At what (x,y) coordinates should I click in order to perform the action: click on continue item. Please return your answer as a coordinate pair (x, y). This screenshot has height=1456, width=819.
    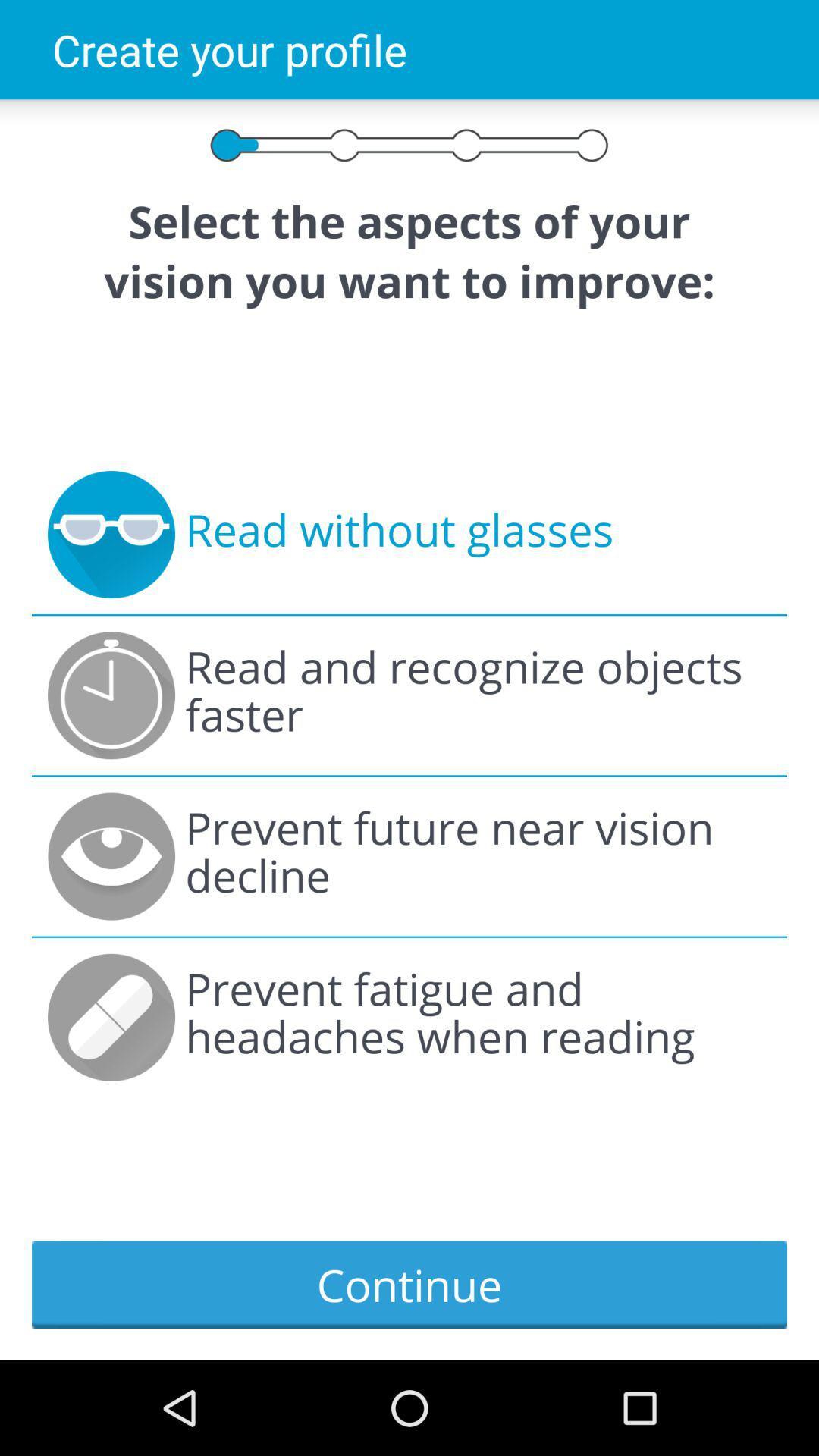
    Looking at the image, I should click on (409, 1284).